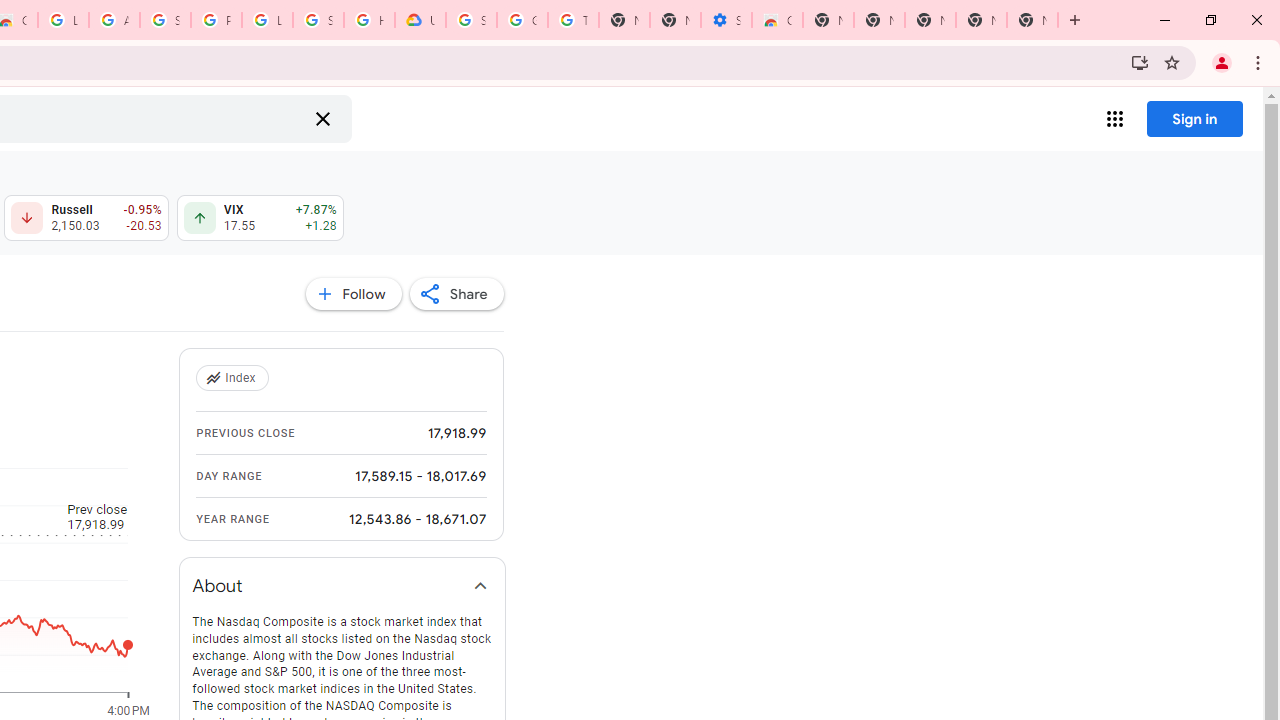  What do you see at coordinates (455, 294) in the screenshot?
I see `'Share'` at bounding box center [455, 294].